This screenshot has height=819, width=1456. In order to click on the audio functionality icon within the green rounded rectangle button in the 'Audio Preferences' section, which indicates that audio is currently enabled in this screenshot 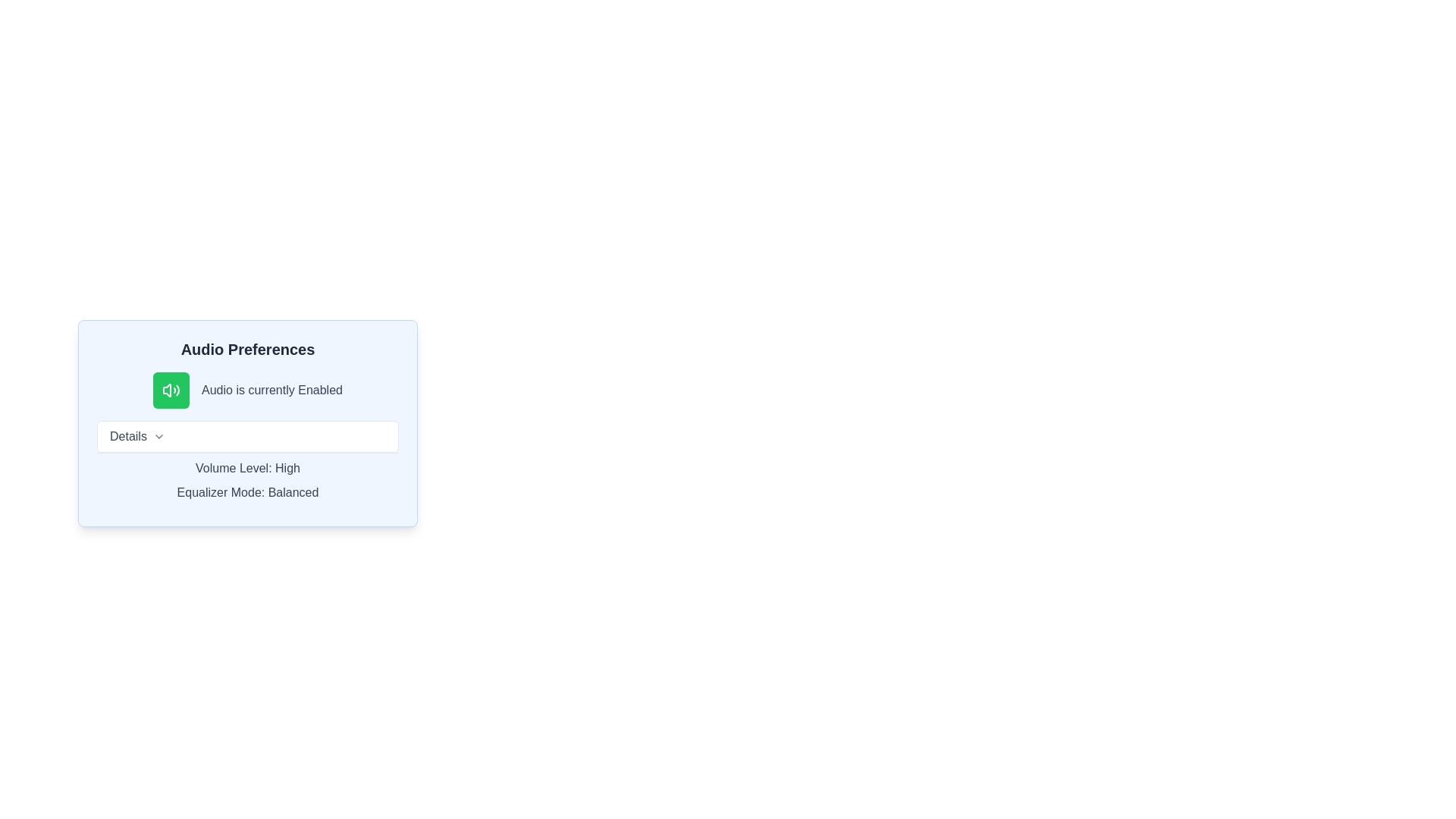, I will do `click(171, 390)`.